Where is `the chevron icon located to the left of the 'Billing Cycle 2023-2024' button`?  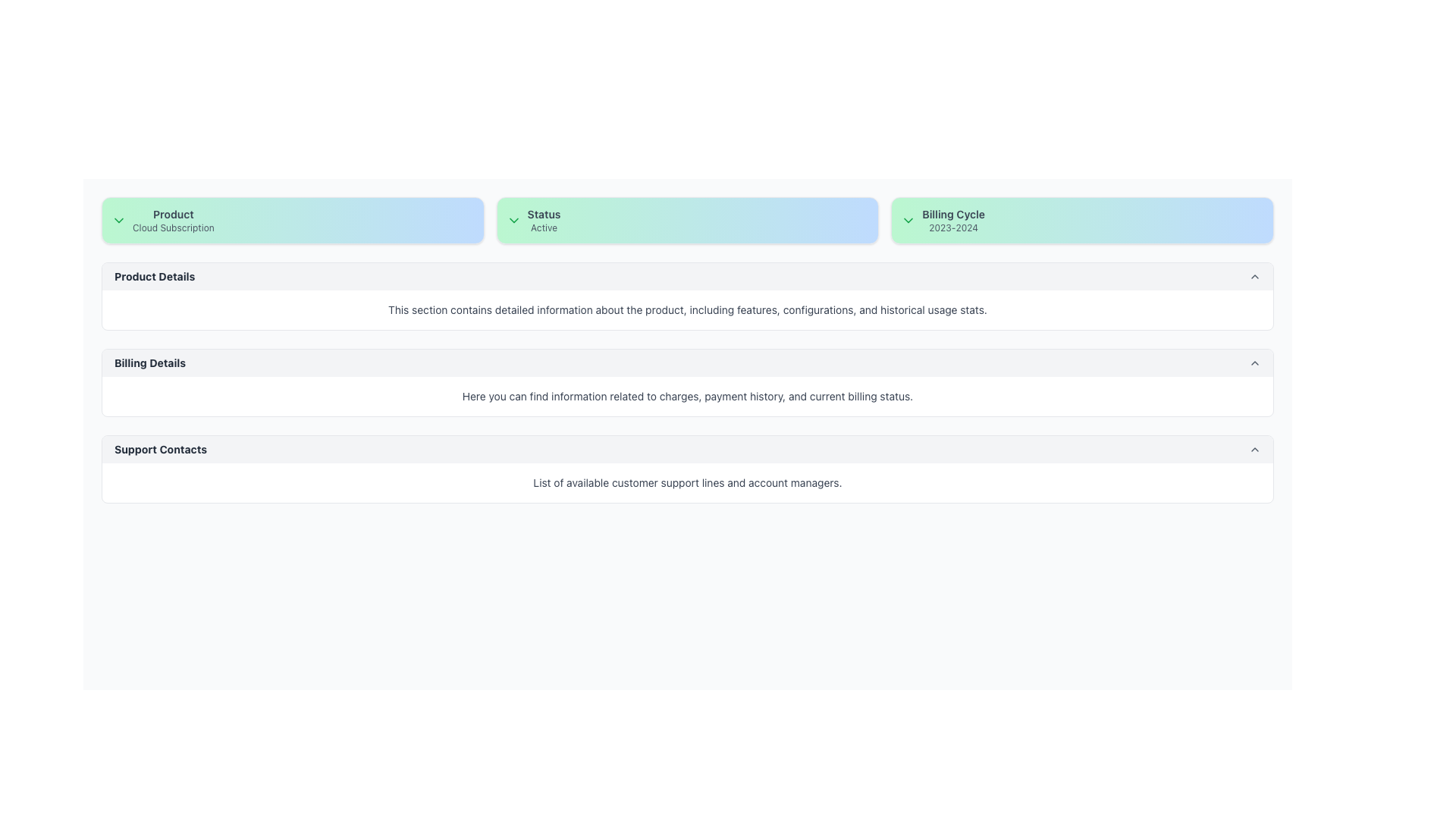 the chevron icon located to the left of the 'Billing Cycle 2023-2024' button is located at coordinates (908, 220).